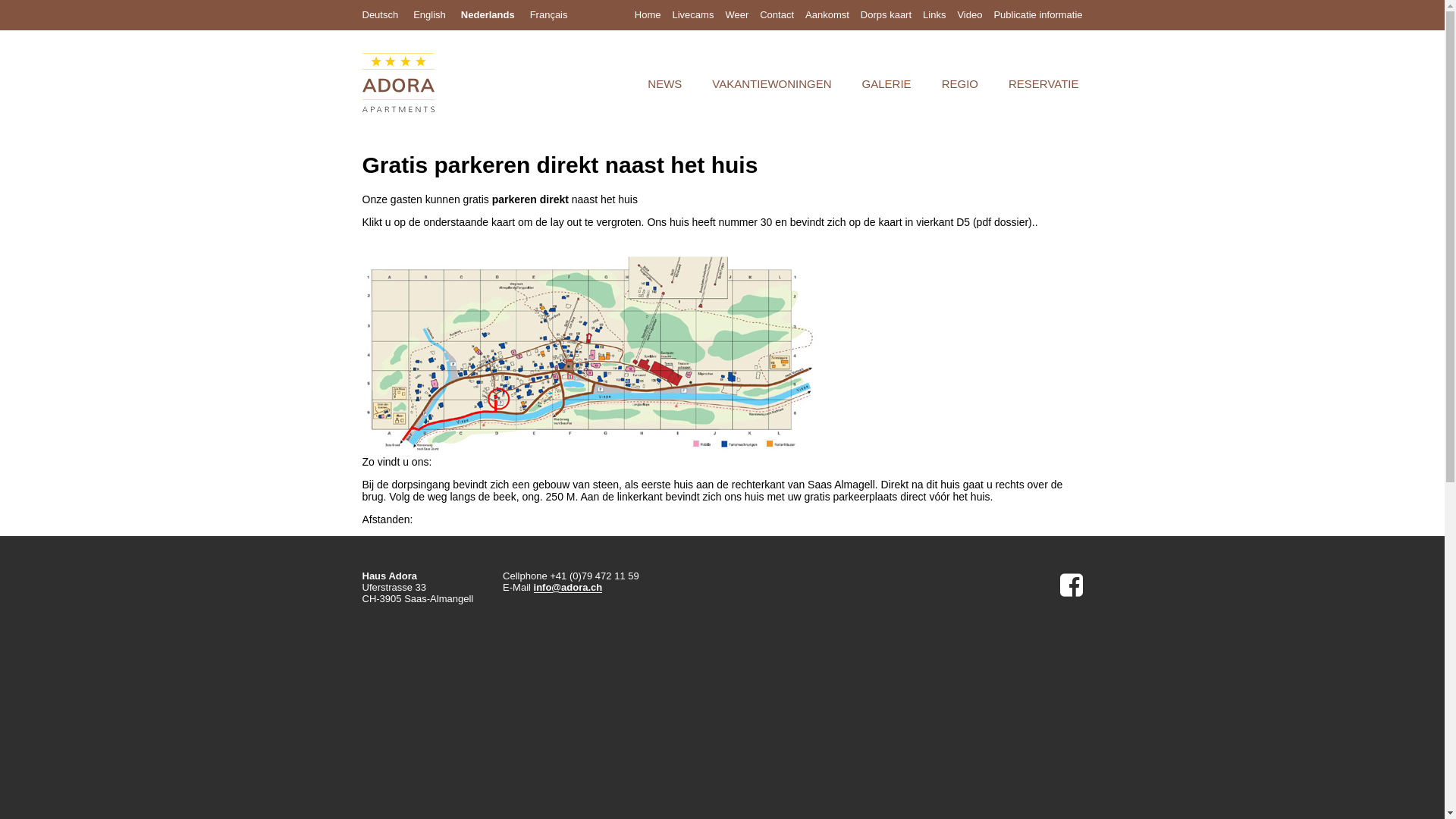 The height and width of the screenshot is (819, 1456). What do you see at coordinates (771, 83) in the screenshot?
I see `'VAKANTIEWONINGEN'` at bounding box center [771, 83].